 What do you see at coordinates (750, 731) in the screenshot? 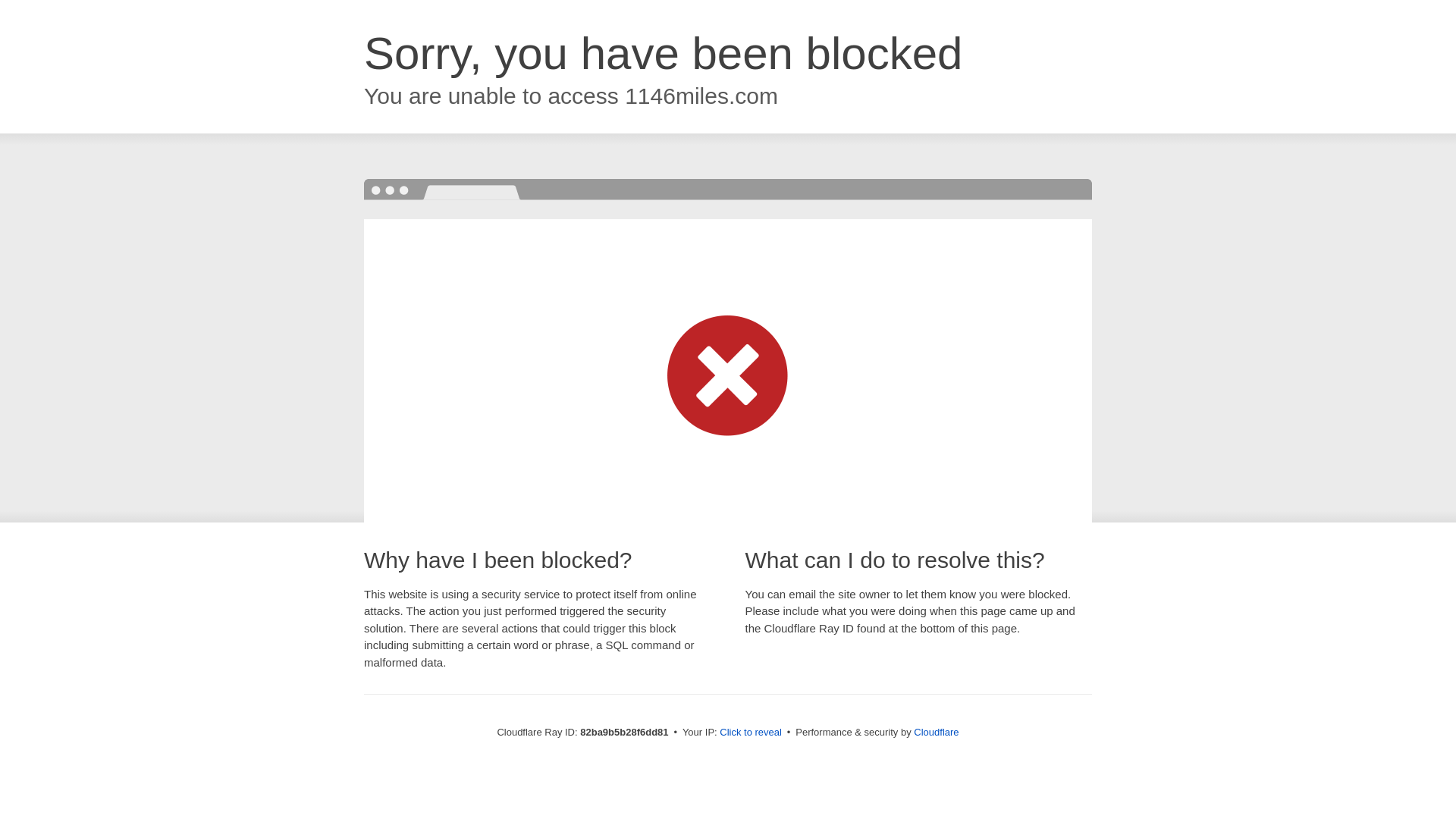
I see `'Click to reveal'` at bounding box center [750, 731].